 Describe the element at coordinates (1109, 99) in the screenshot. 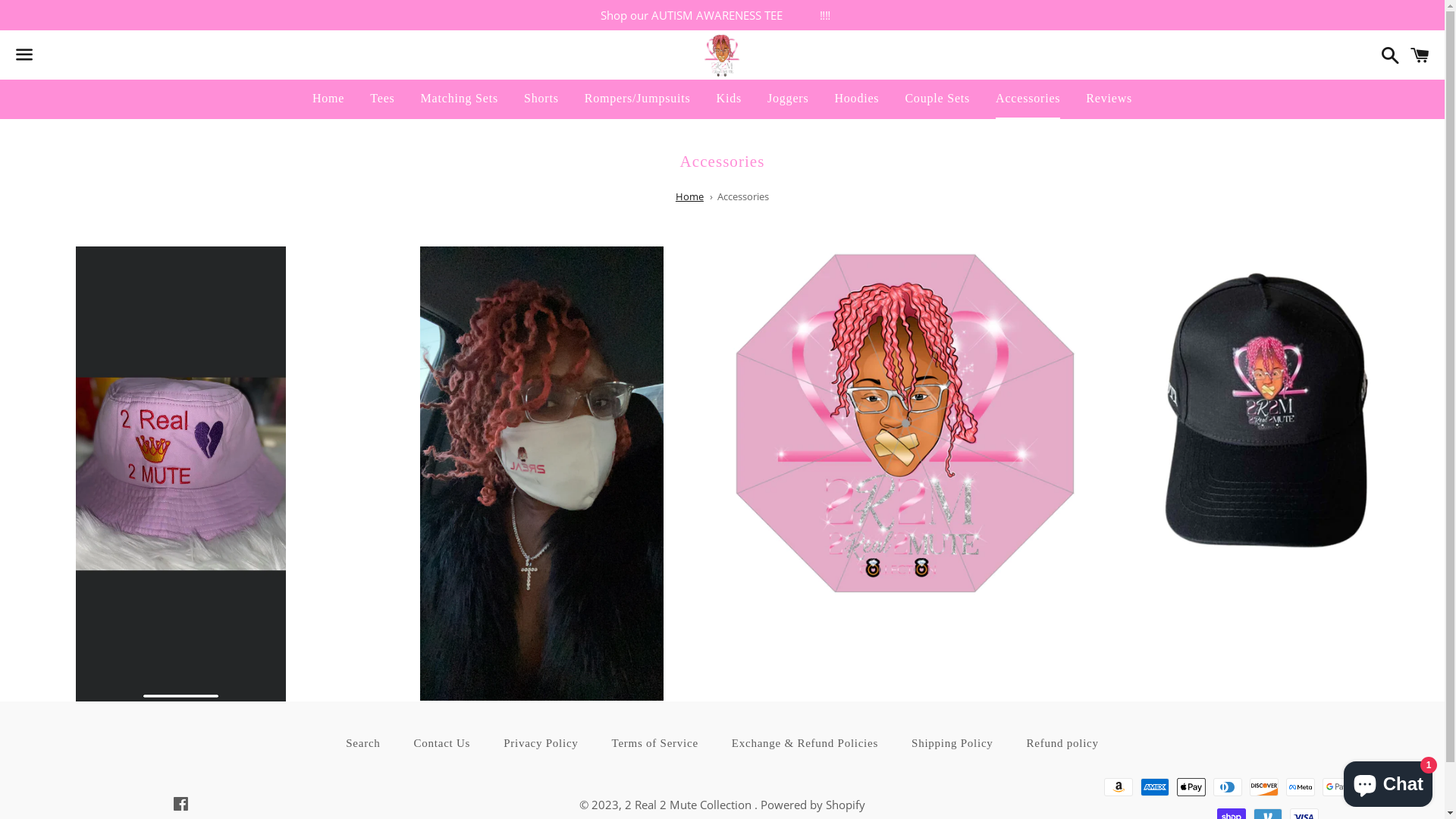

I see `'Reviews'` at that location.